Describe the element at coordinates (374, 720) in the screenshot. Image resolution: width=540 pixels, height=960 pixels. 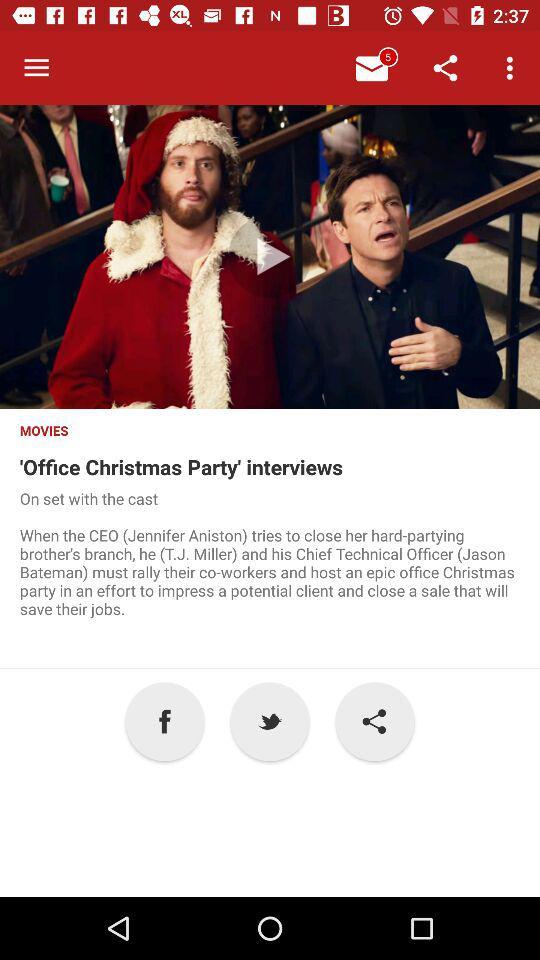
I see `the item to the right of the p icon` at that location.